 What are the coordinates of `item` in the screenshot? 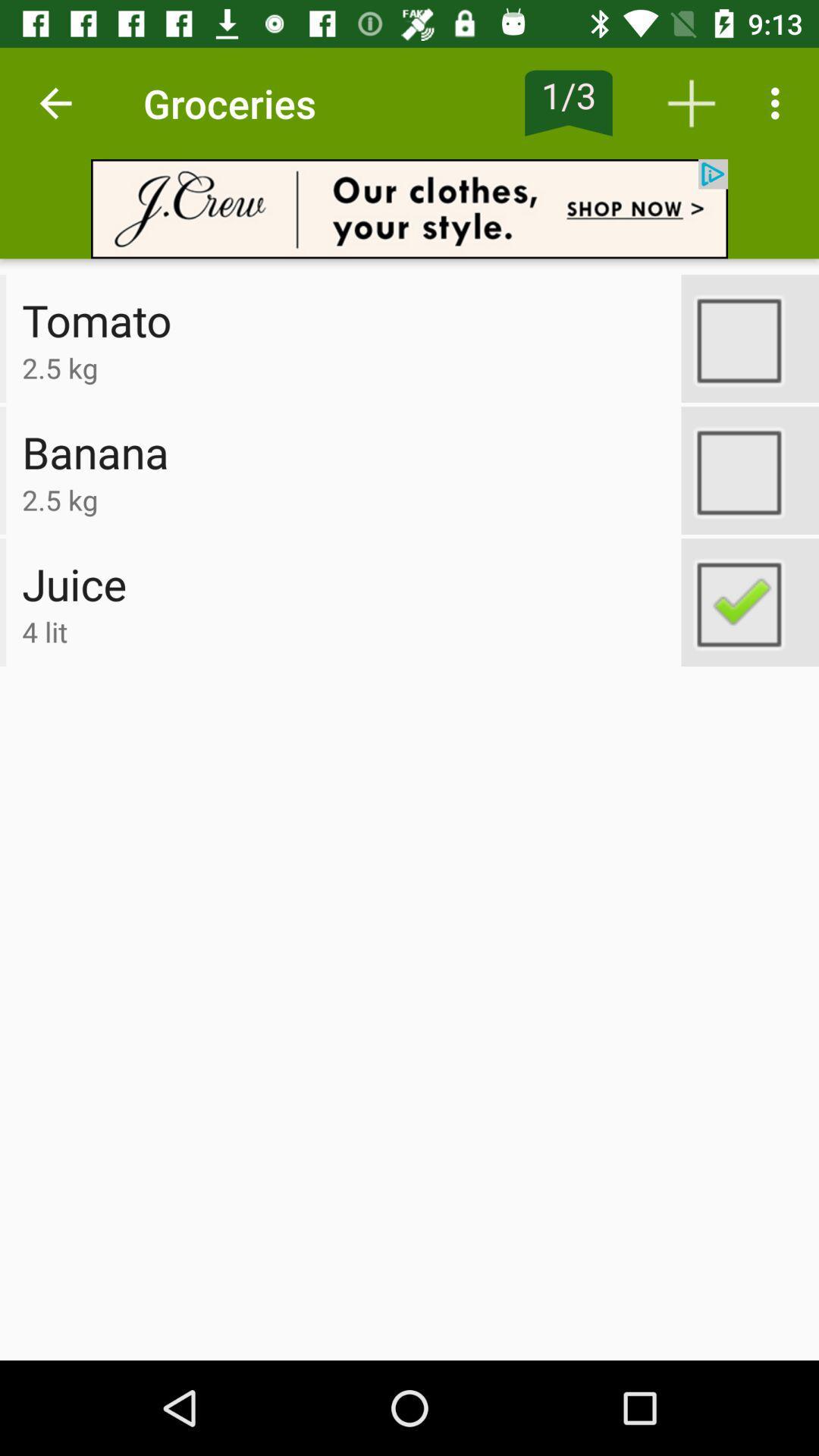 It's located at (749, 469).